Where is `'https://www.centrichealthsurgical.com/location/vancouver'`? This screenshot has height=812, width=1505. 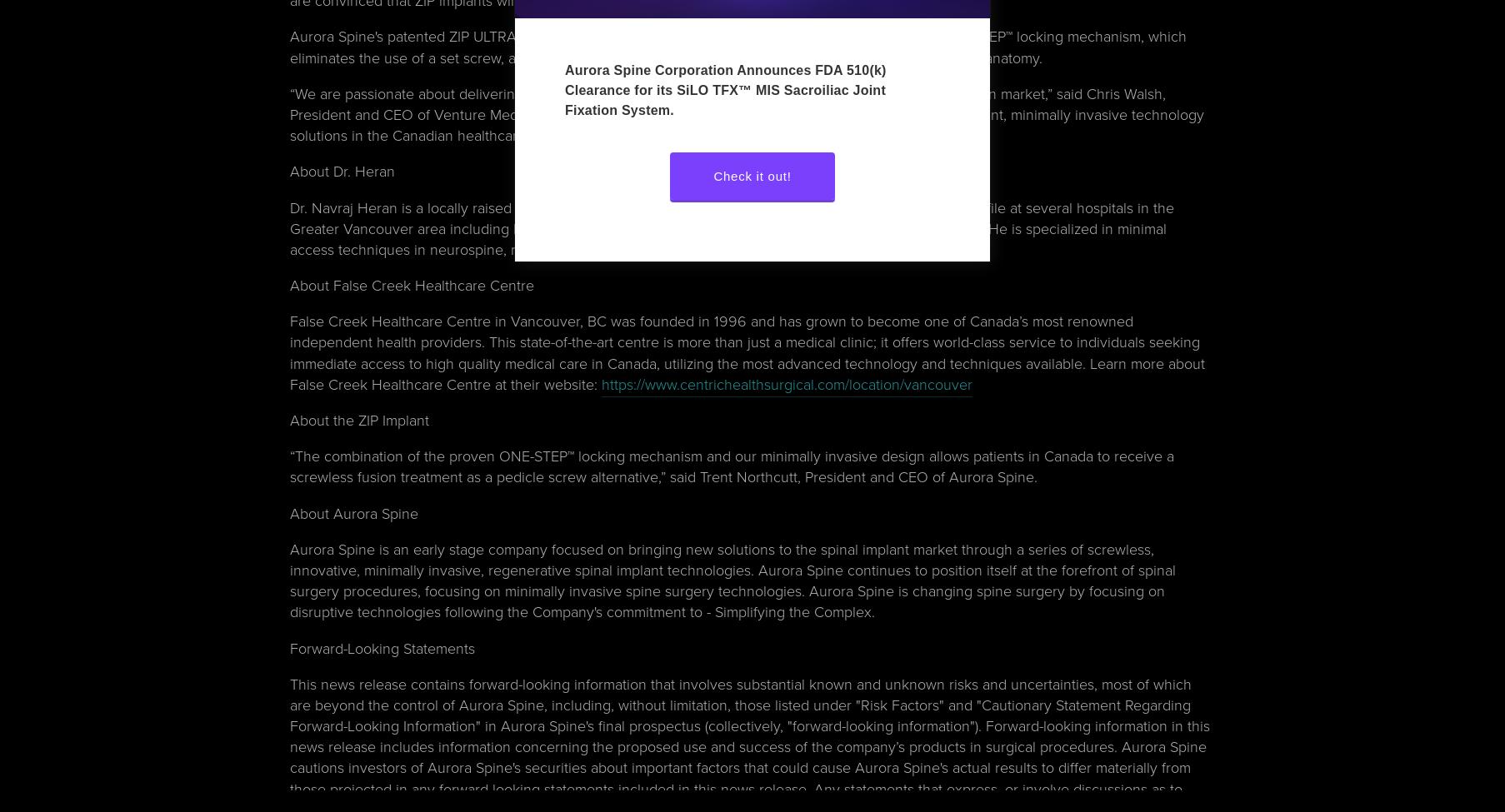 'https://www.centrichealthsurgical.com/location/vancouver' is located at coordinates (786, 383).